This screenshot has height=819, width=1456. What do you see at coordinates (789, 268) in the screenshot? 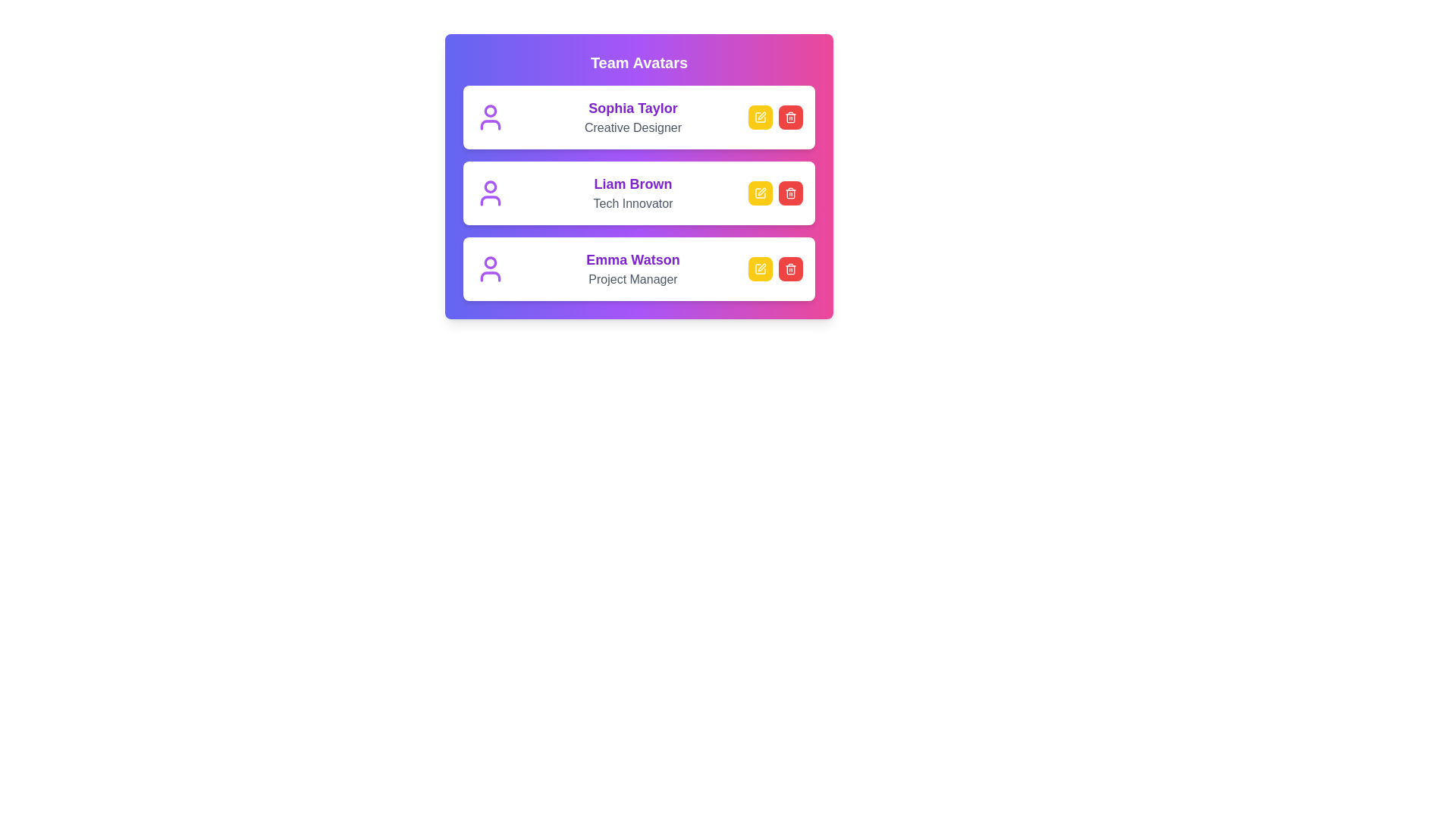
I see `the trash can icon located within the red delete button at the far right of the interface` at bounding box center [789, 268].